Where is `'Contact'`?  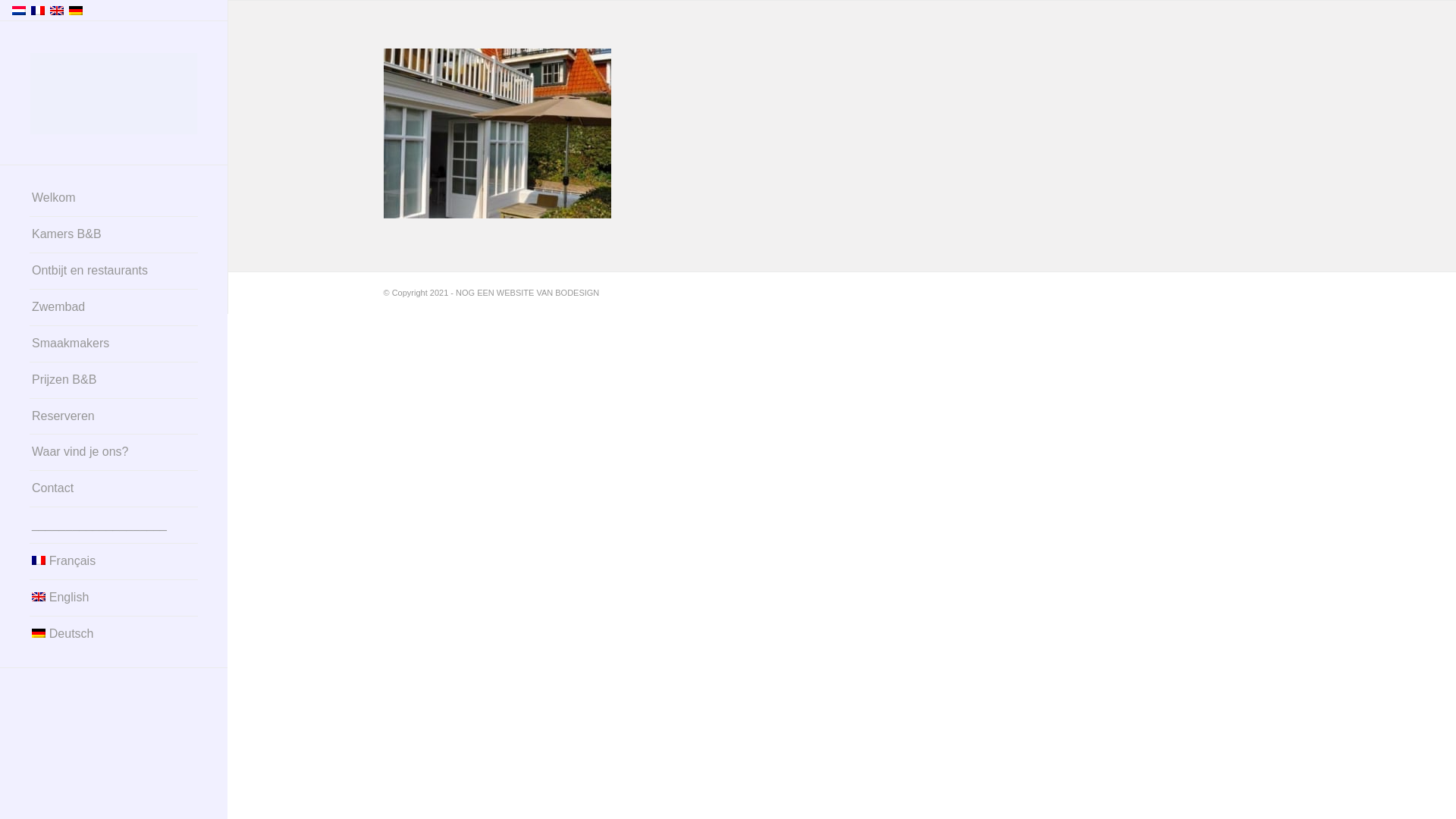
'Contact' is located at coordinates (112, 488).